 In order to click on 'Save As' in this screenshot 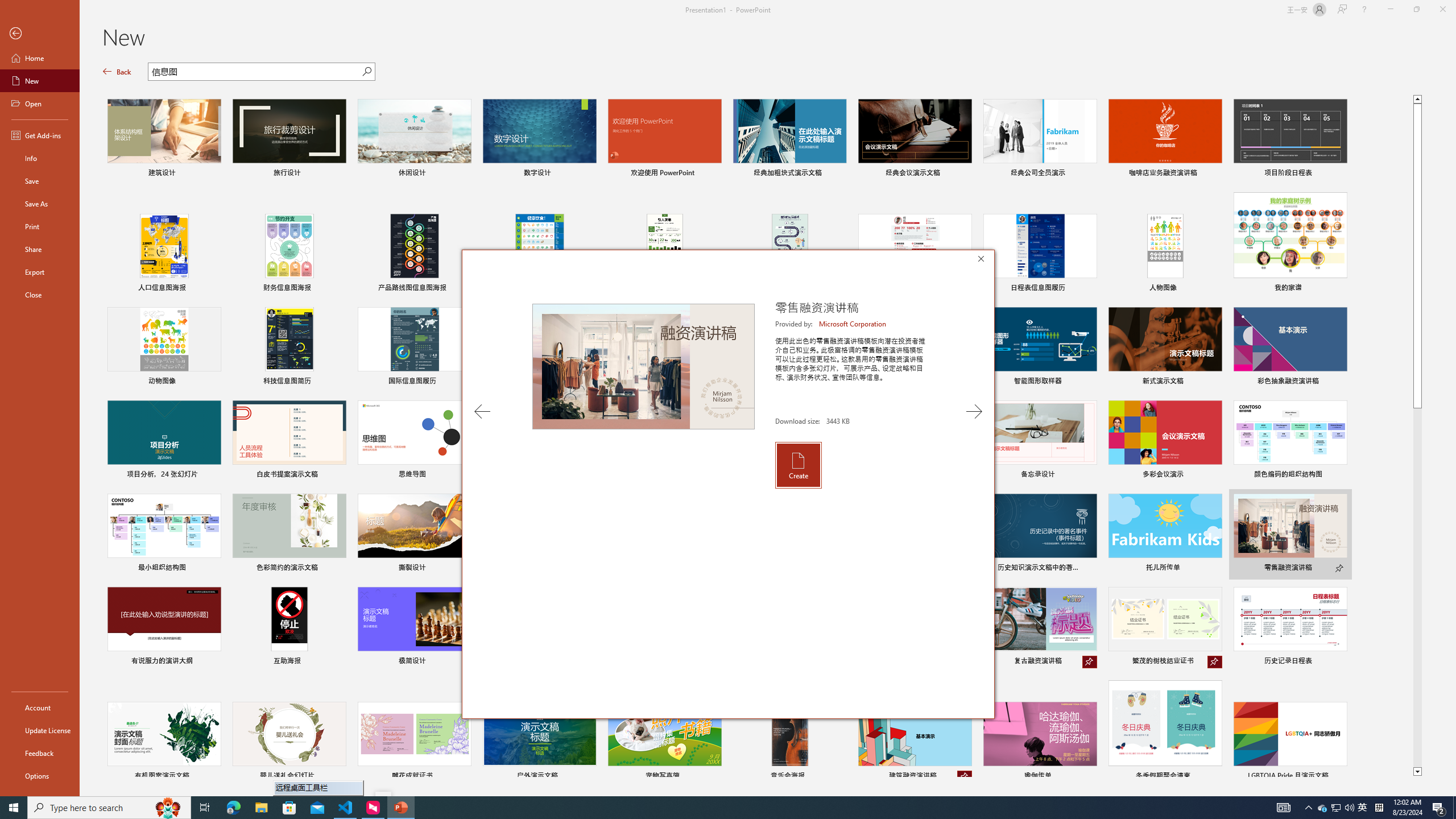, I will do `click(39, 202)`.